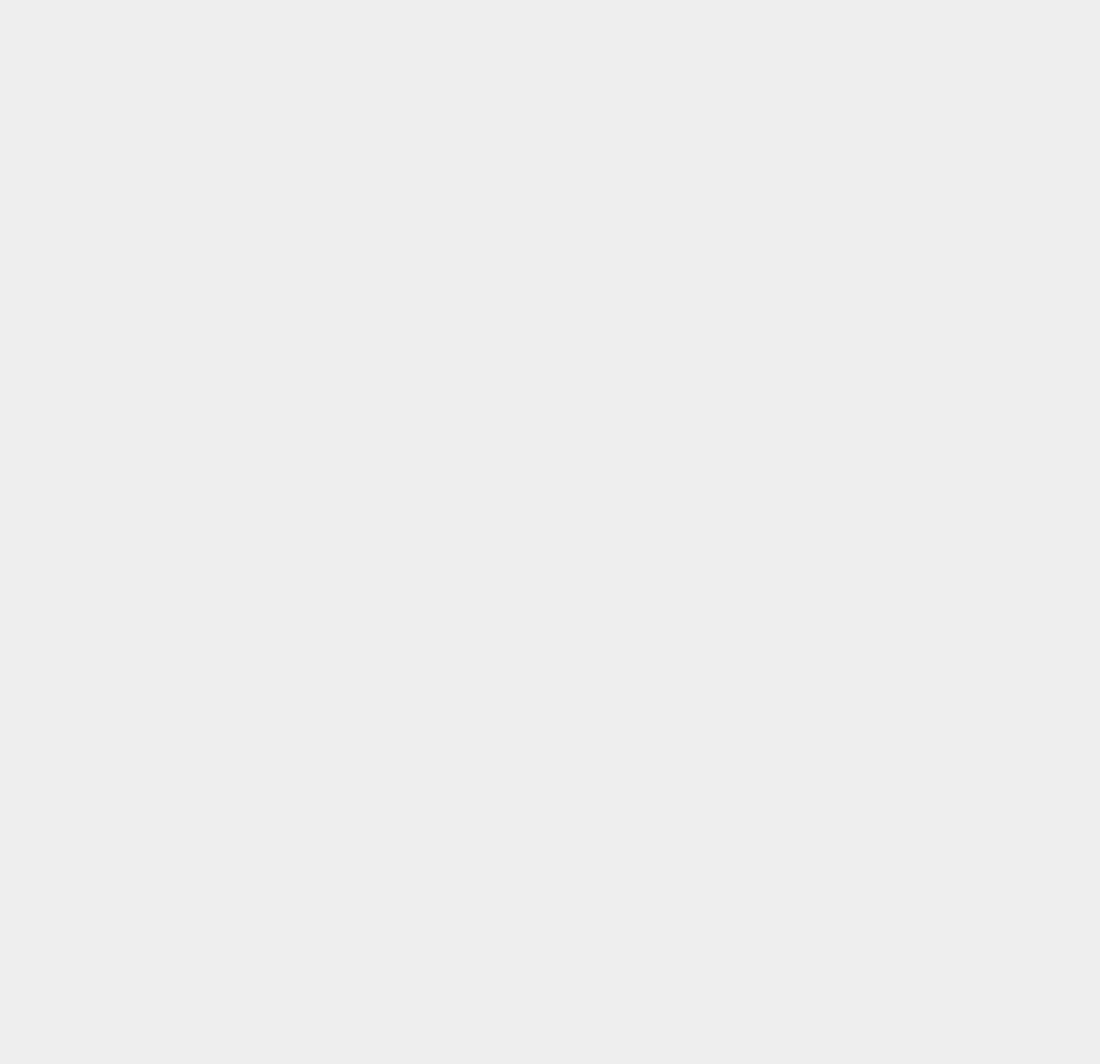  Describe the element at coordinates (818, 218) in the screenshot. I see `'OS X 10.11.1'` at that location.